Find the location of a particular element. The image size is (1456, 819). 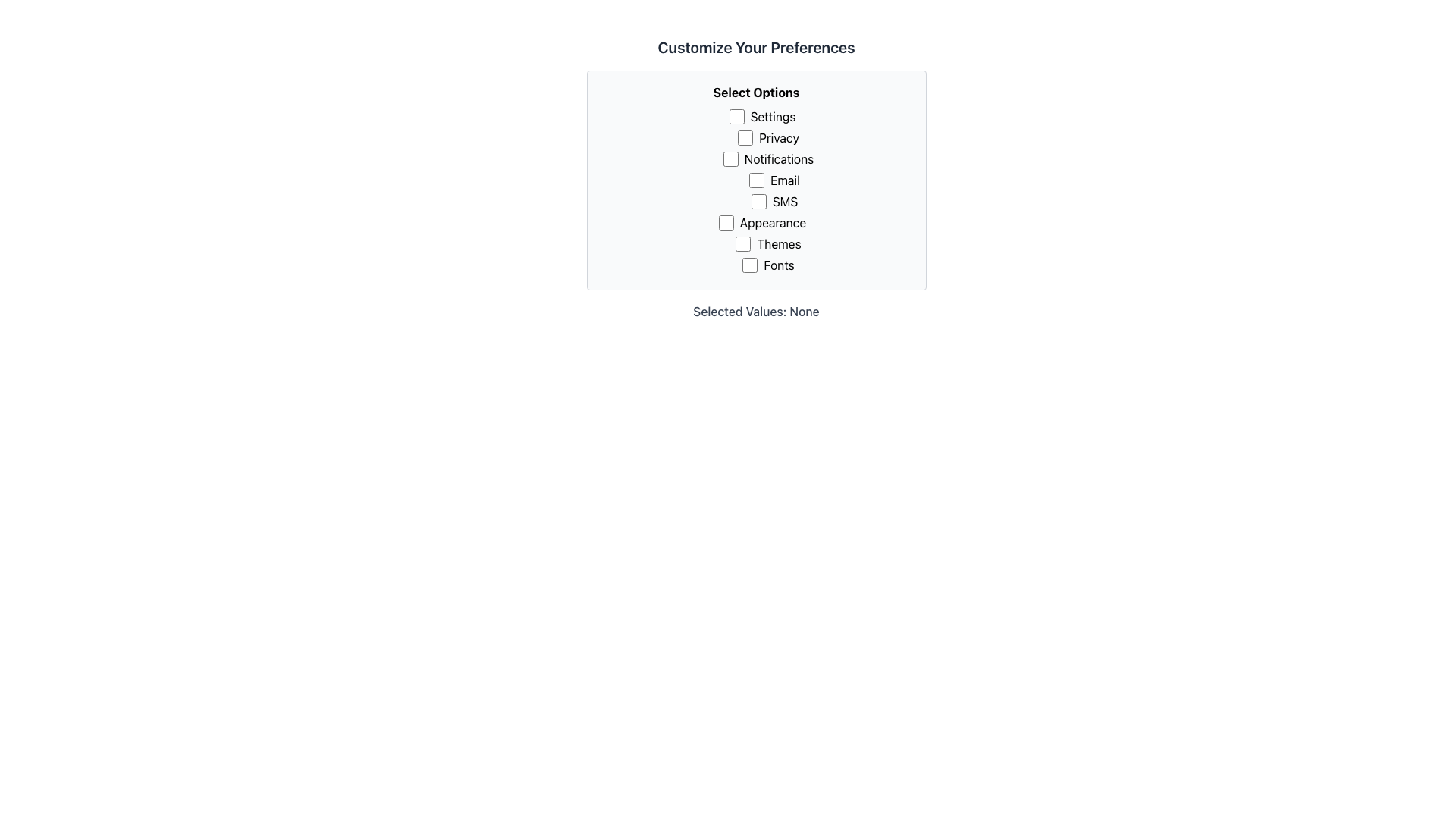

the checkbox in the Interactive List with Checkboxes located centrally within the 'Select Options' dialog box is located at coordinates (762, 161).